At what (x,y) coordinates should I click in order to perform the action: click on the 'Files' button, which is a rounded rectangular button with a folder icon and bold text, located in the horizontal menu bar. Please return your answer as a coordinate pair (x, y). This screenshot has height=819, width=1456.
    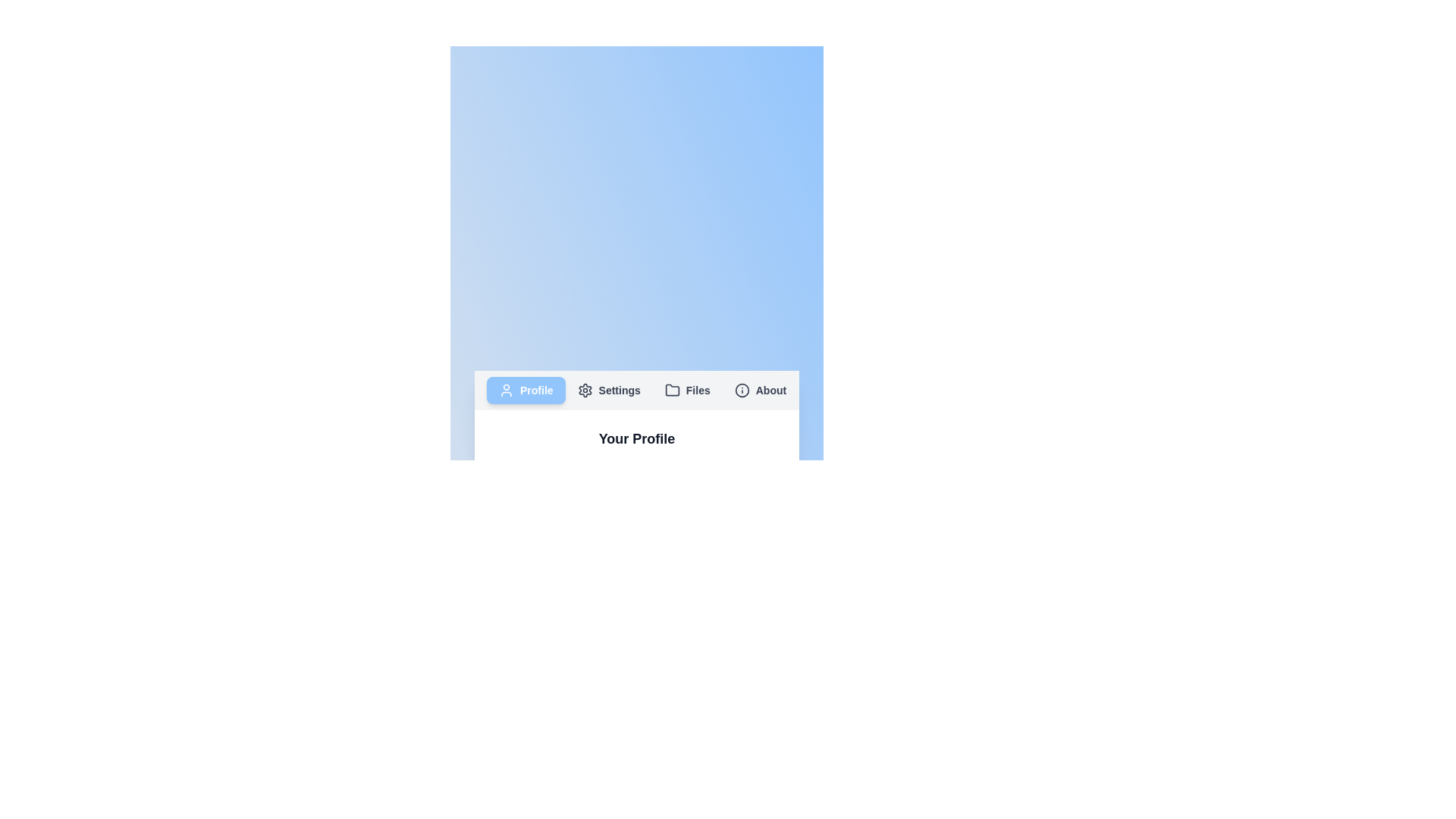
    Looking at the image, I should click on (686, 390).